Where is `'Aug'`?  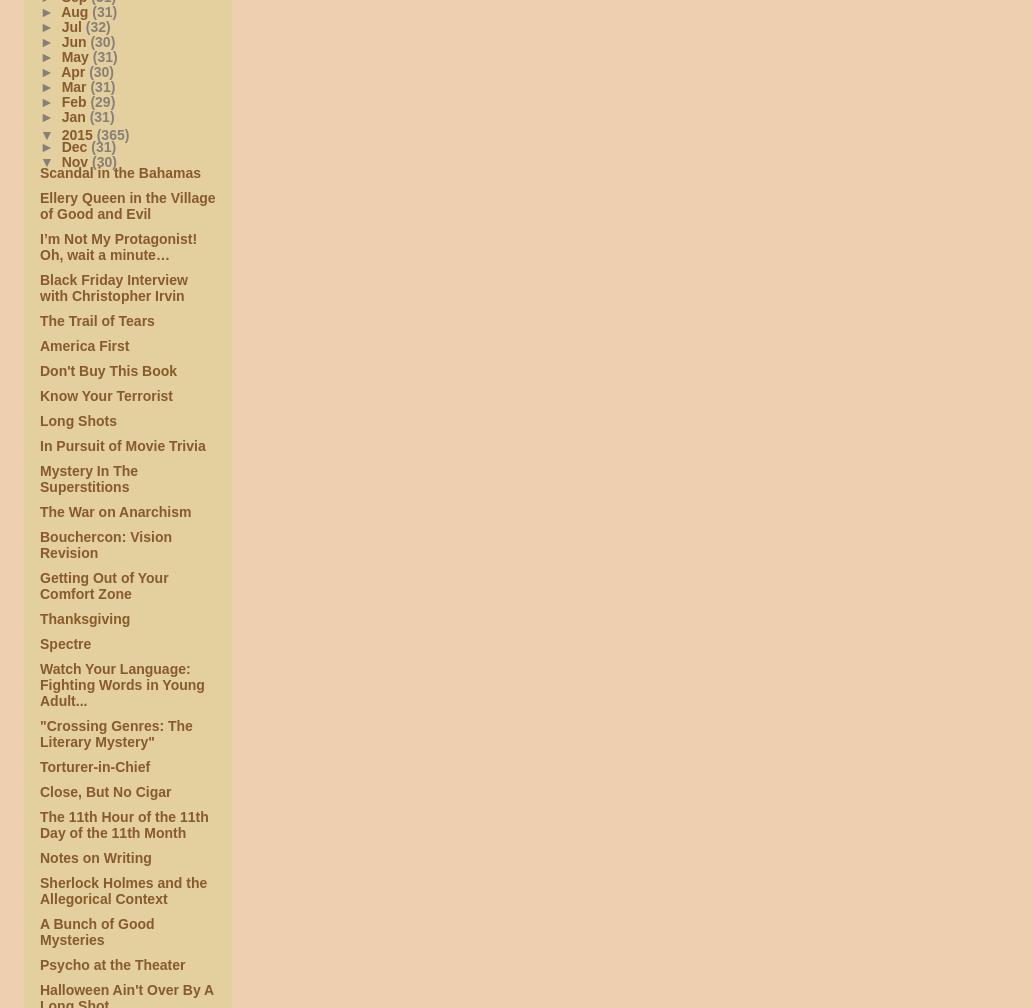 'Aug' is located at coordinates (76, 10).